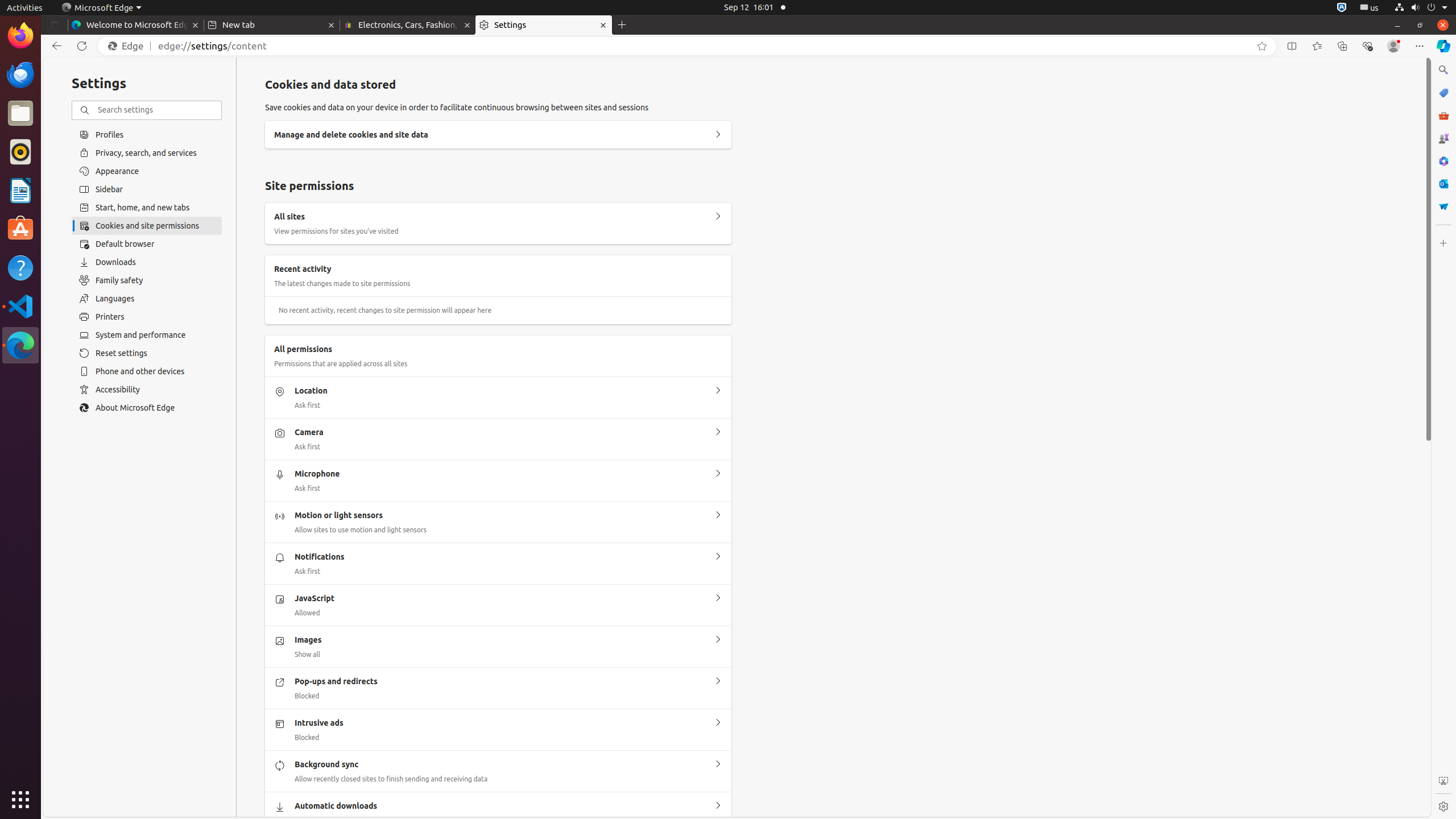  I want to click on 'Thunderbird Mail', so click(20, 74).